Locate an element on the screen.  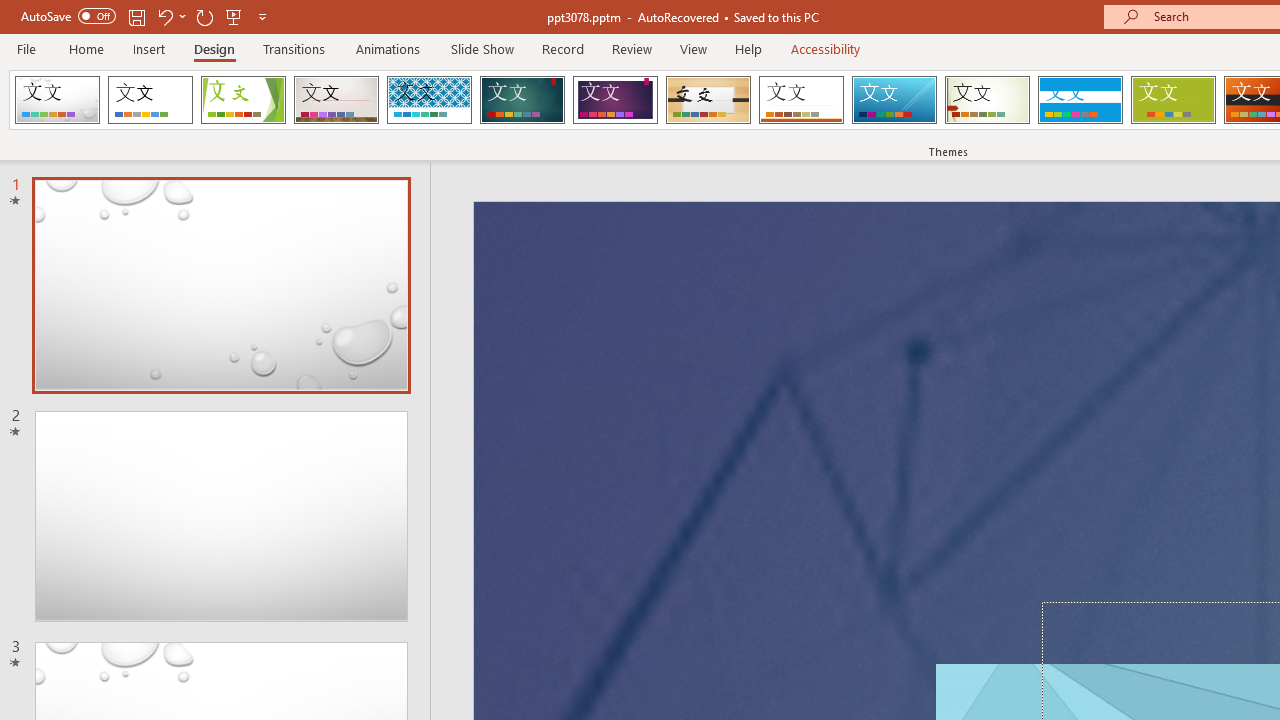
'Slice' is located at coordinates (893, 100).